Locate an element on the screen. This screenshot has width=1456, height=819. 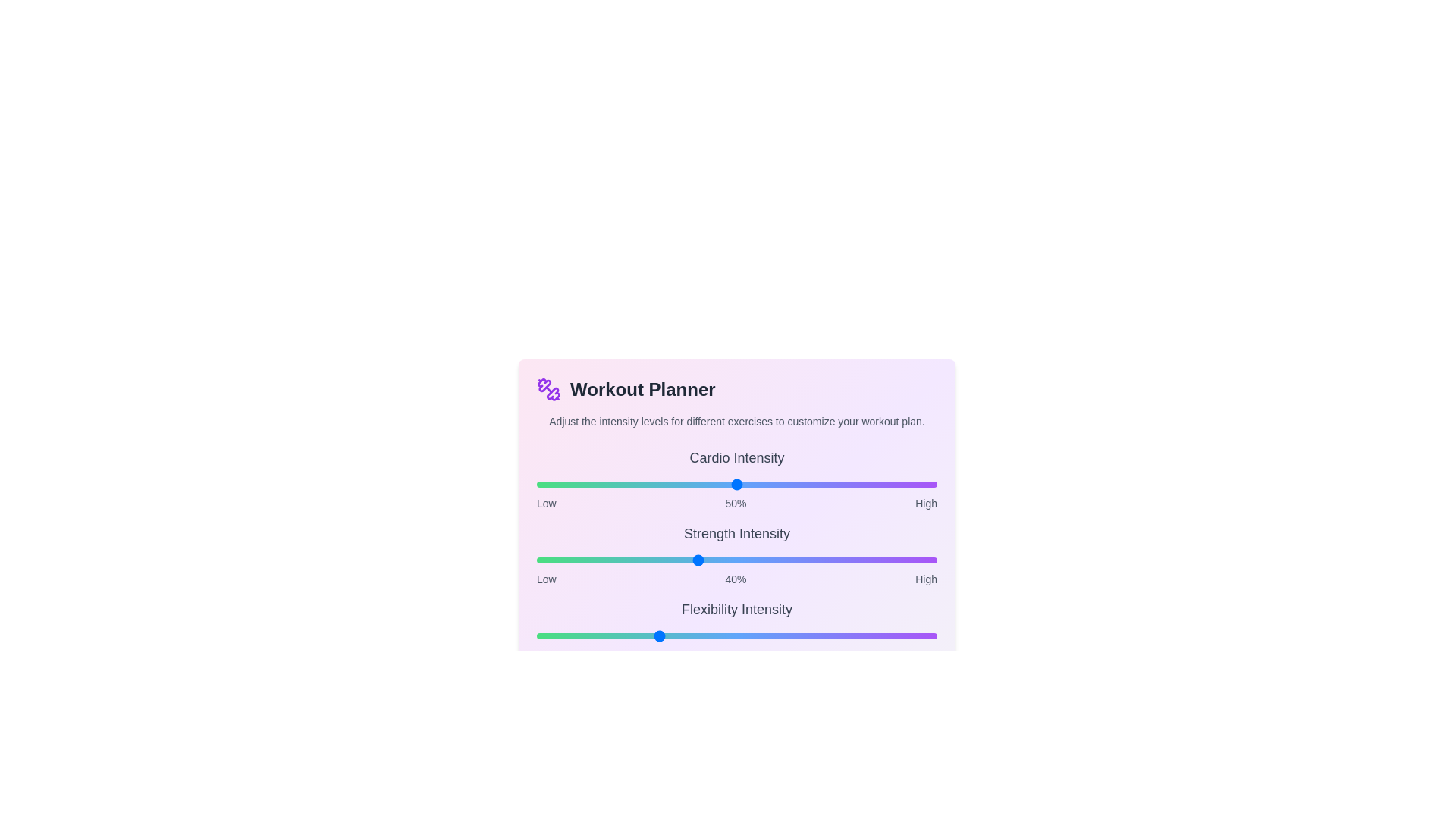
the intensity of the 2 slider to 85% is located at coordinates (877, 636).